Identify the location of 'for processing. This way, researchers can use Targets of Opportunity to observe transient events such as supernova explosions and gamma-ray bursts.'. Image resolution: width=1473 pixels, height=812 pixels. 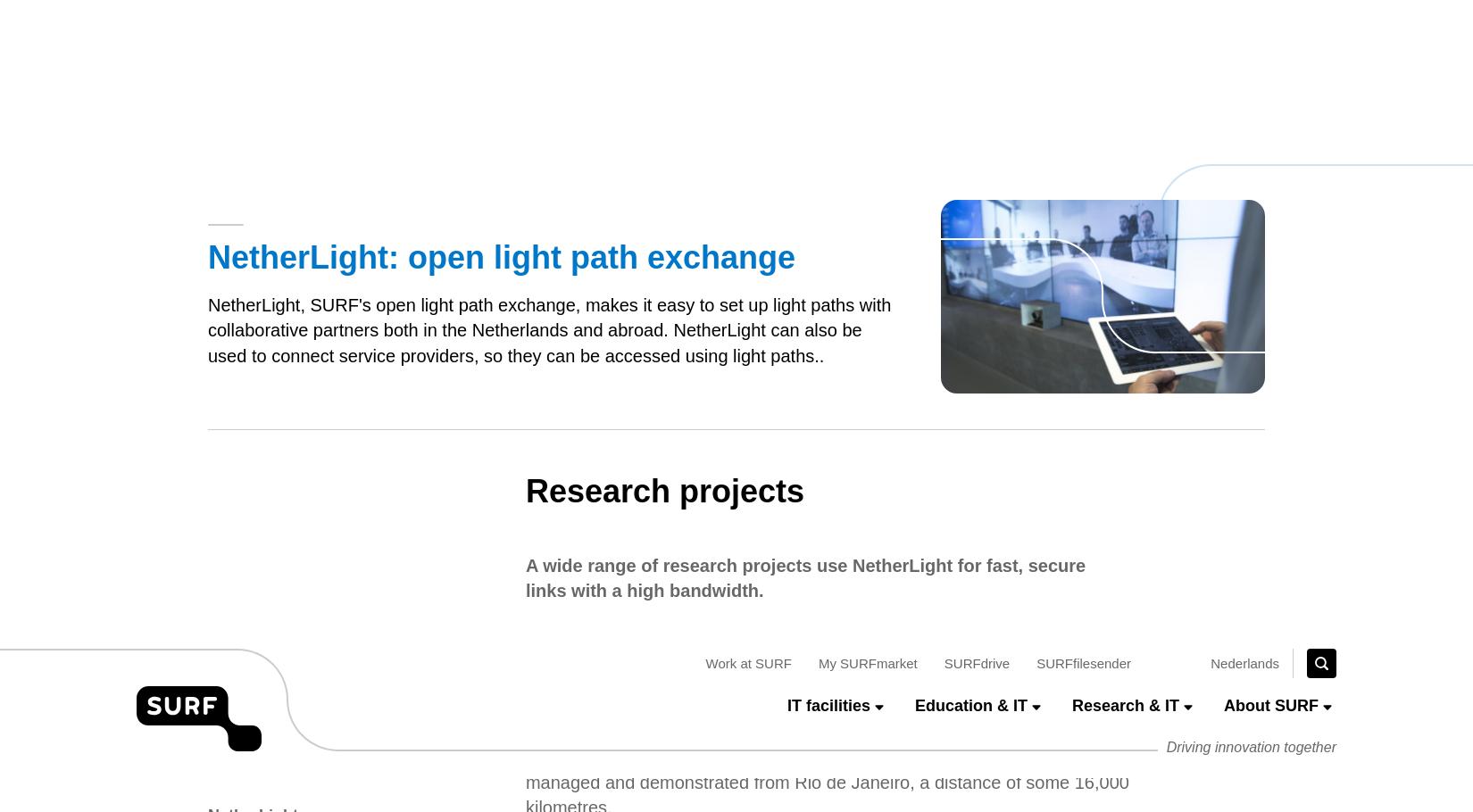
(826, 446).